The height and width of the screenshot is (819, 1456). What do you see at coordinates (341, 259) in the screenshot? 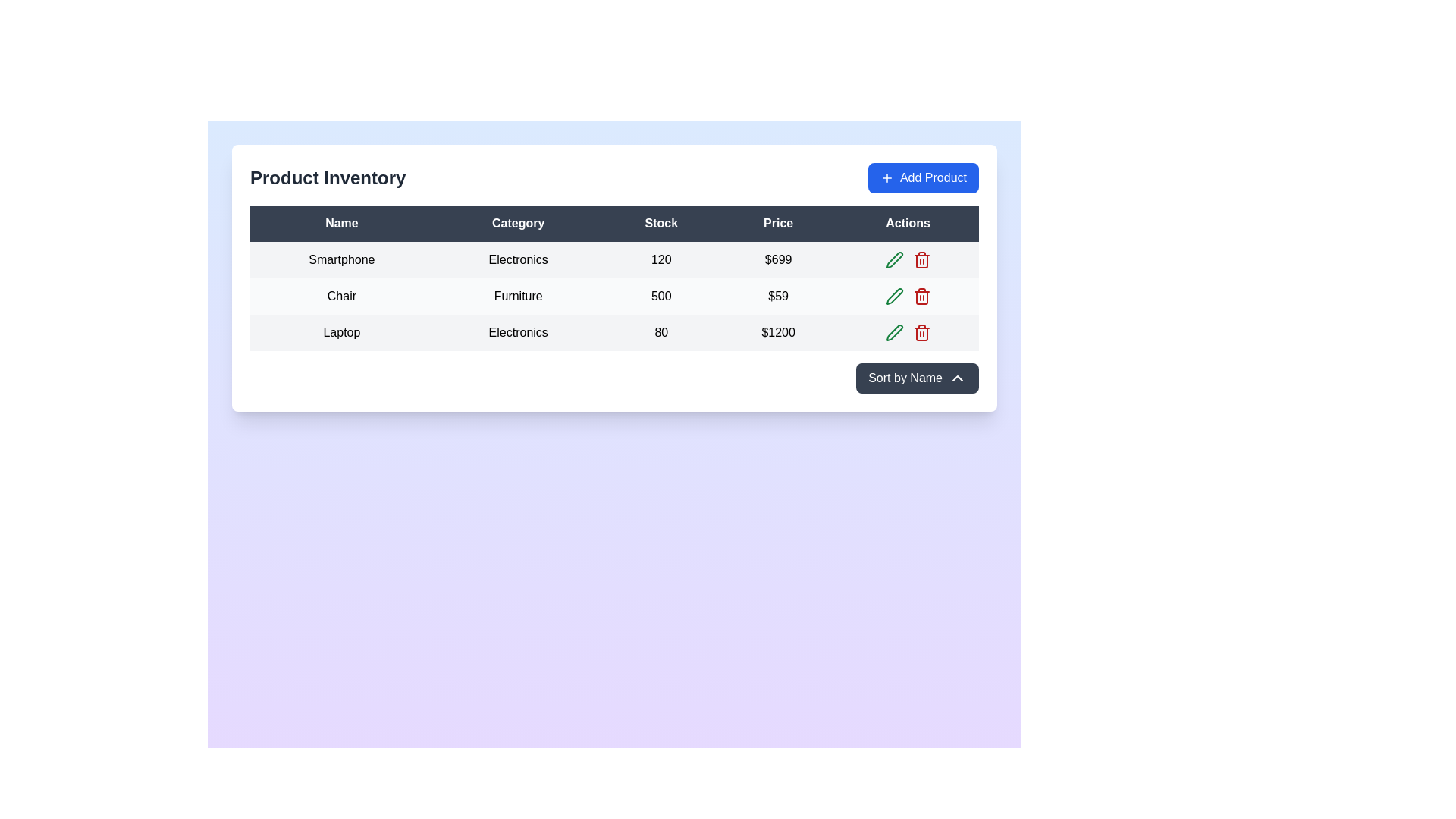
I see `the Text Label displaying the product name in the first row of the table, which identifies the product type, aligned with 'Electronics' in the 'Category' column and '$699' in the 'Price' column` at bounding box center [341, 259].